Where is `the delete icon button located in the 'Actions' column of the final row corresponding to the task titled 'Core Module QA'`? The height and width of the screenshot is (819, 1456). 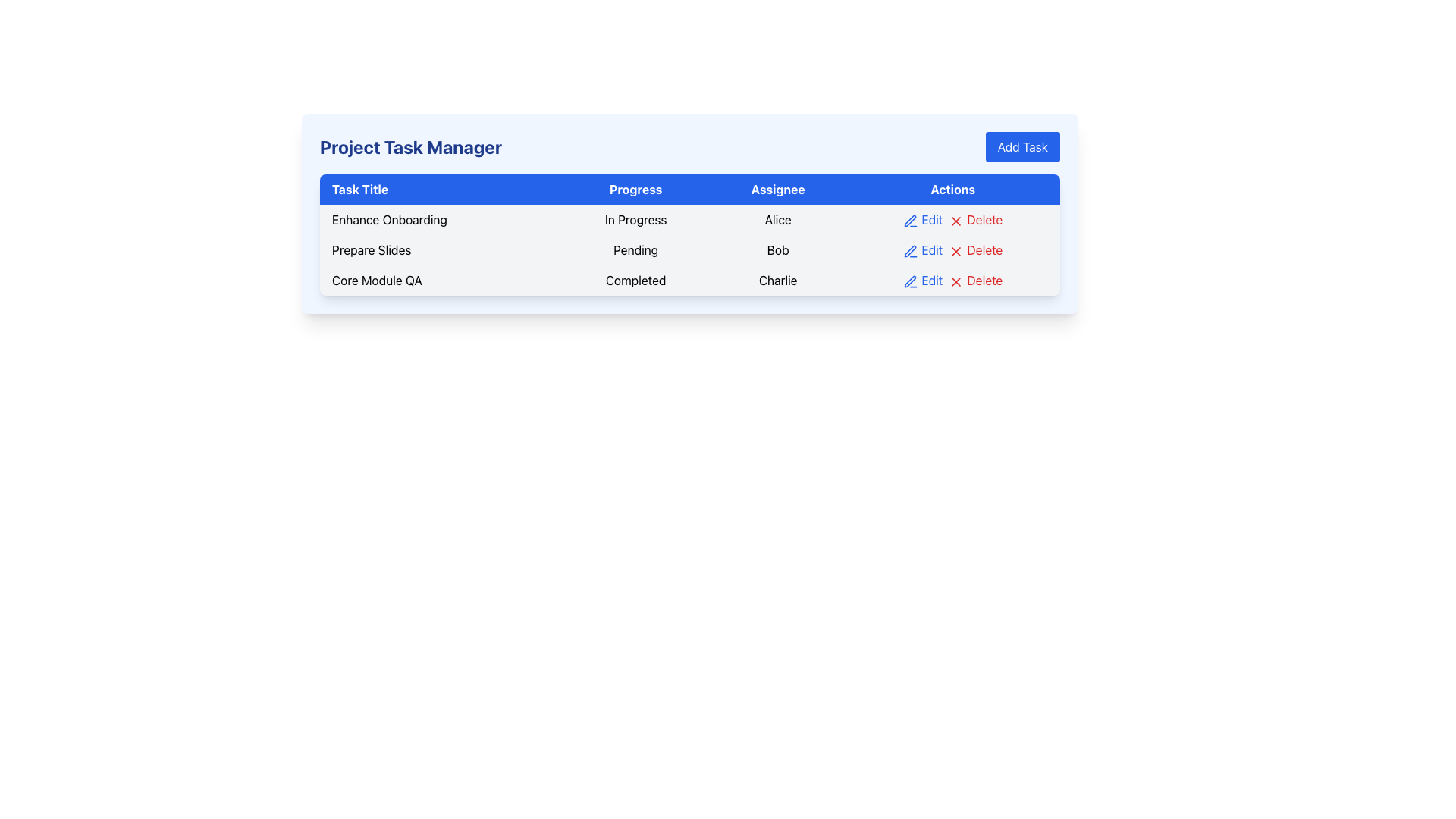
the delete icon button located in the 'Actions' column of the final row corresponding to the task titled 'Core Module QA' is located at coordinates (955, 281).